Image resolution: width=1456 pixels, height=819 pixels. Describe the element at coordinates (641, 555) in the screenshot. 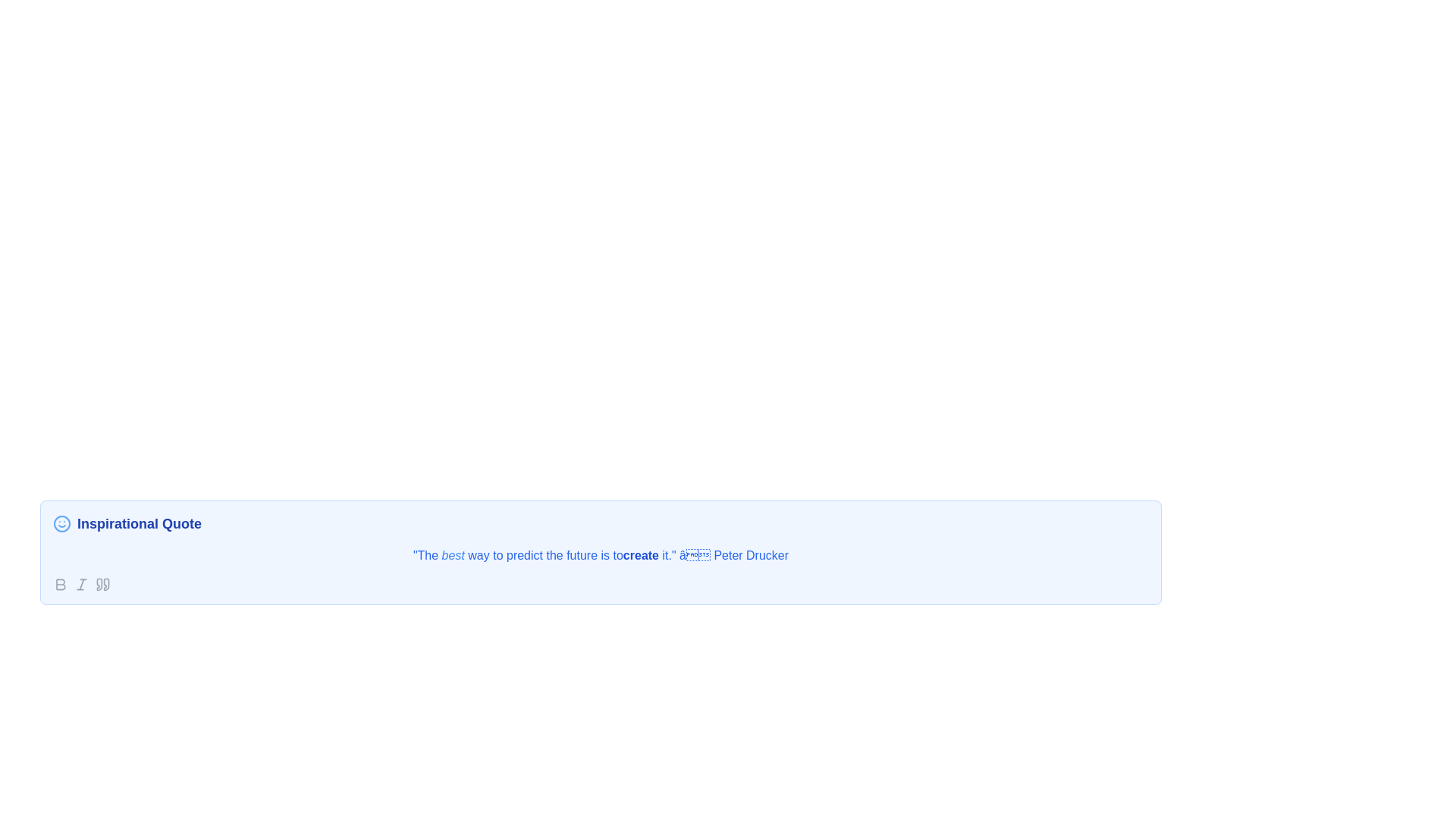

I see `the 8th word of the inspirational quote, which is styled in bold blue font and positioned near the right side of the quote section` at that location.